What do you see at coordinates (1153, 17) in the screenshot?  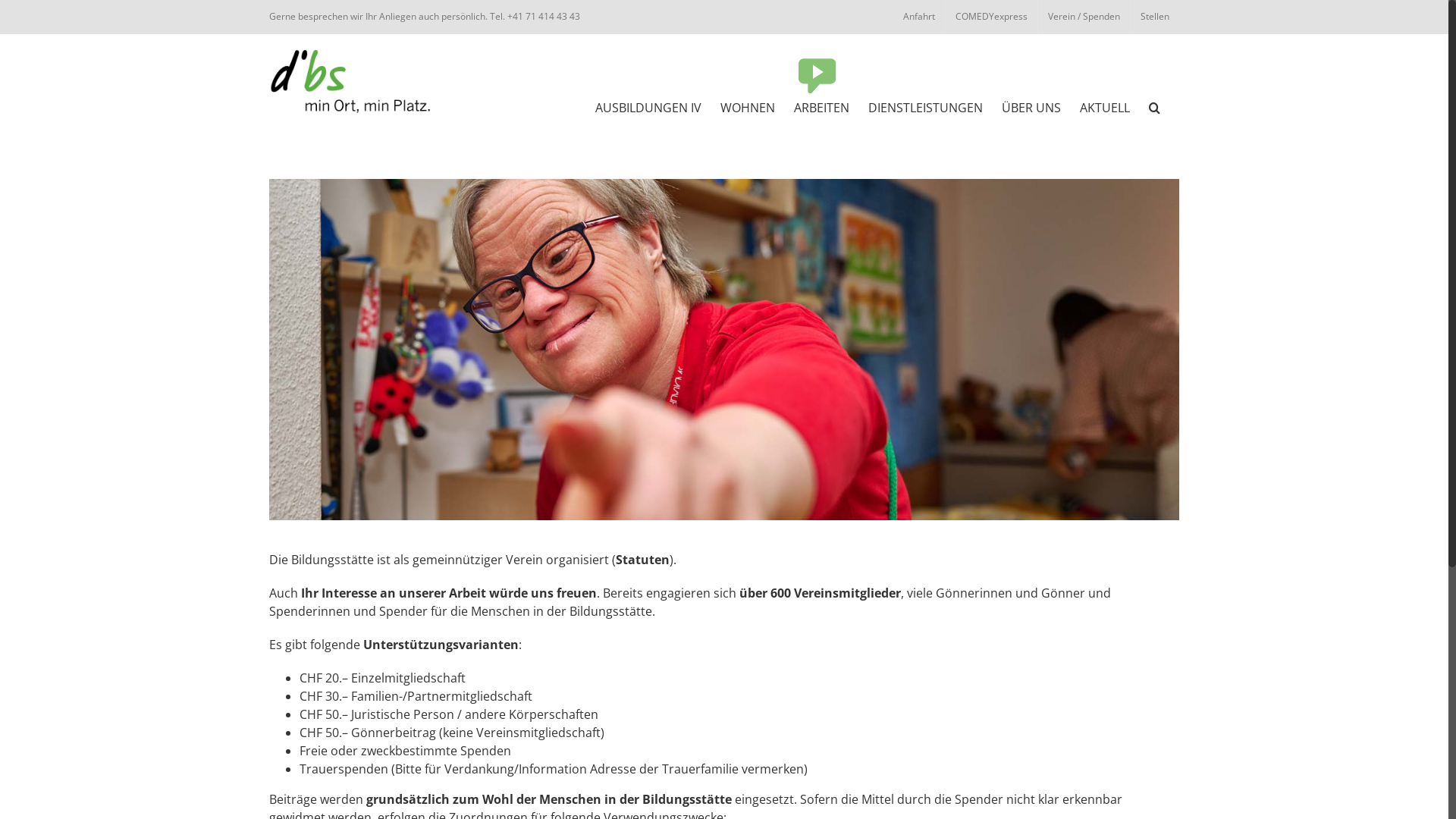 I see `'Stellen'` at bounding box center [1153, 17].